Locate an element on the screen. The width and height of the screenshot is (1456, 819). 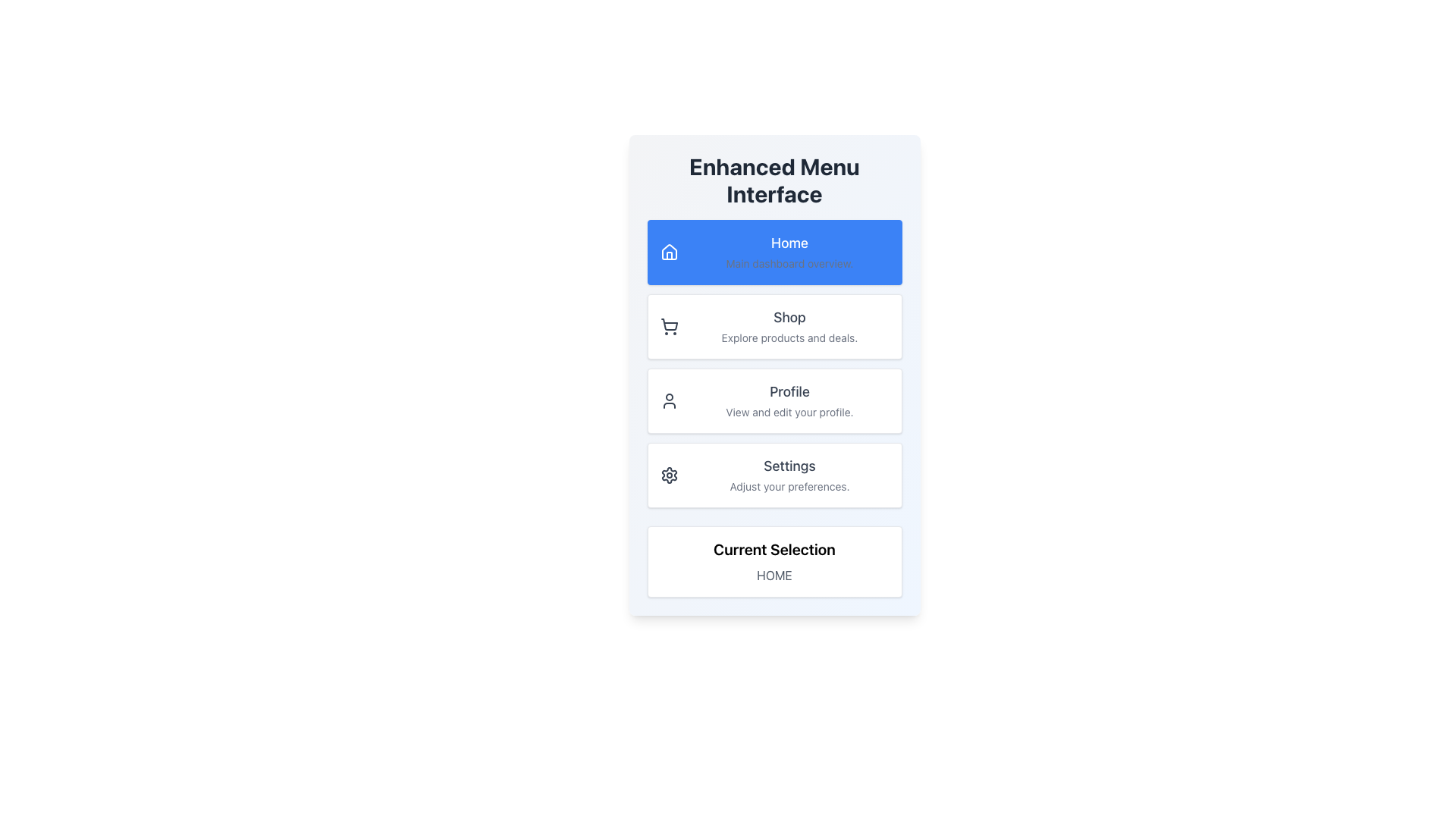
the 'Shop' text label in the menu, which serves as a title for this section, to indicate its purpose to the user is located at coordinates (789, 317).